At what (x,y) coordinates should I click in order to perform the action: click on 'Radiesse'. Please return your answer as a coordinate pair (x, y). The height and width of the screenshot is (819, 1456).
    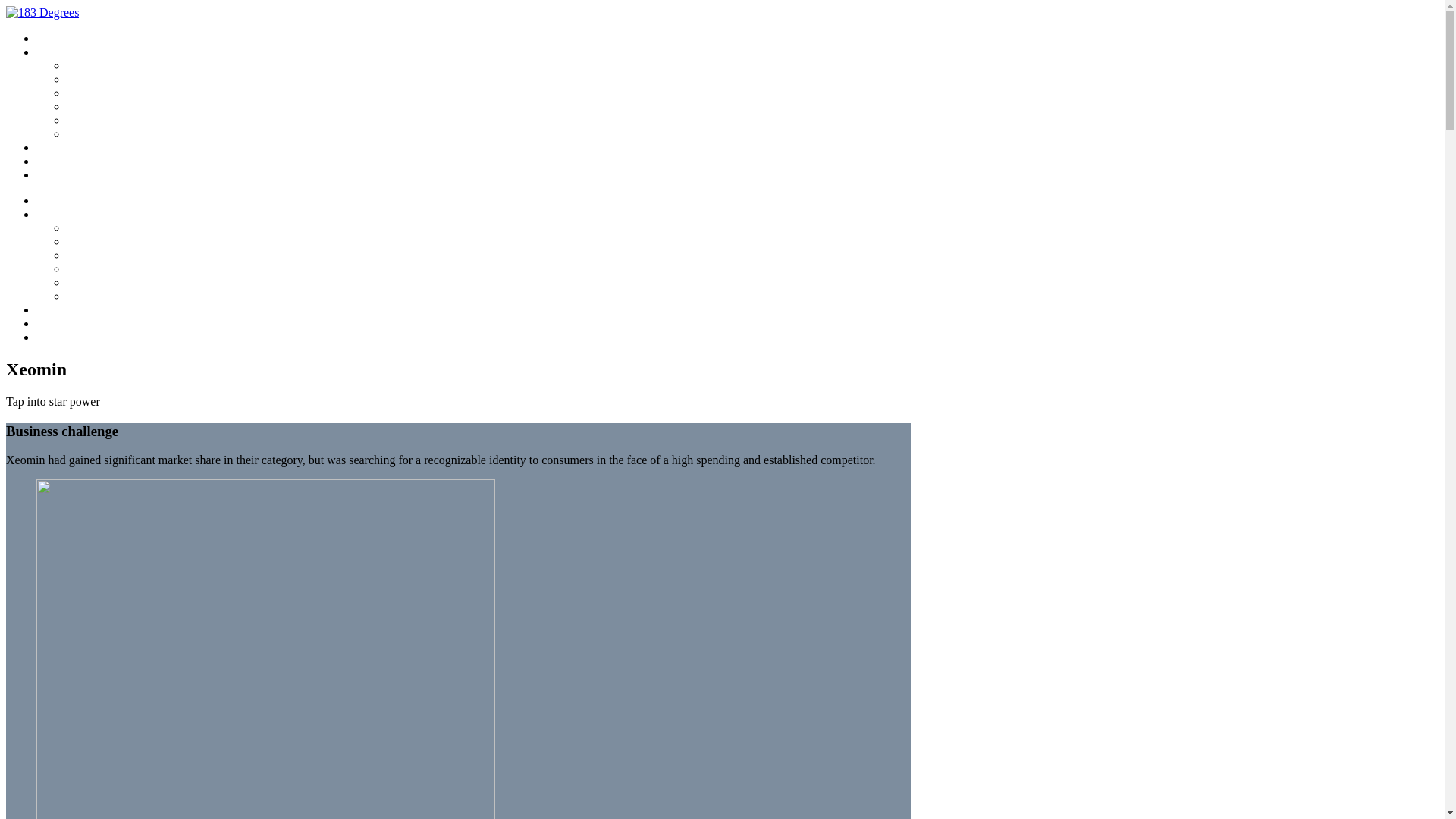
    Looking at the image, I should click on (86, 119).